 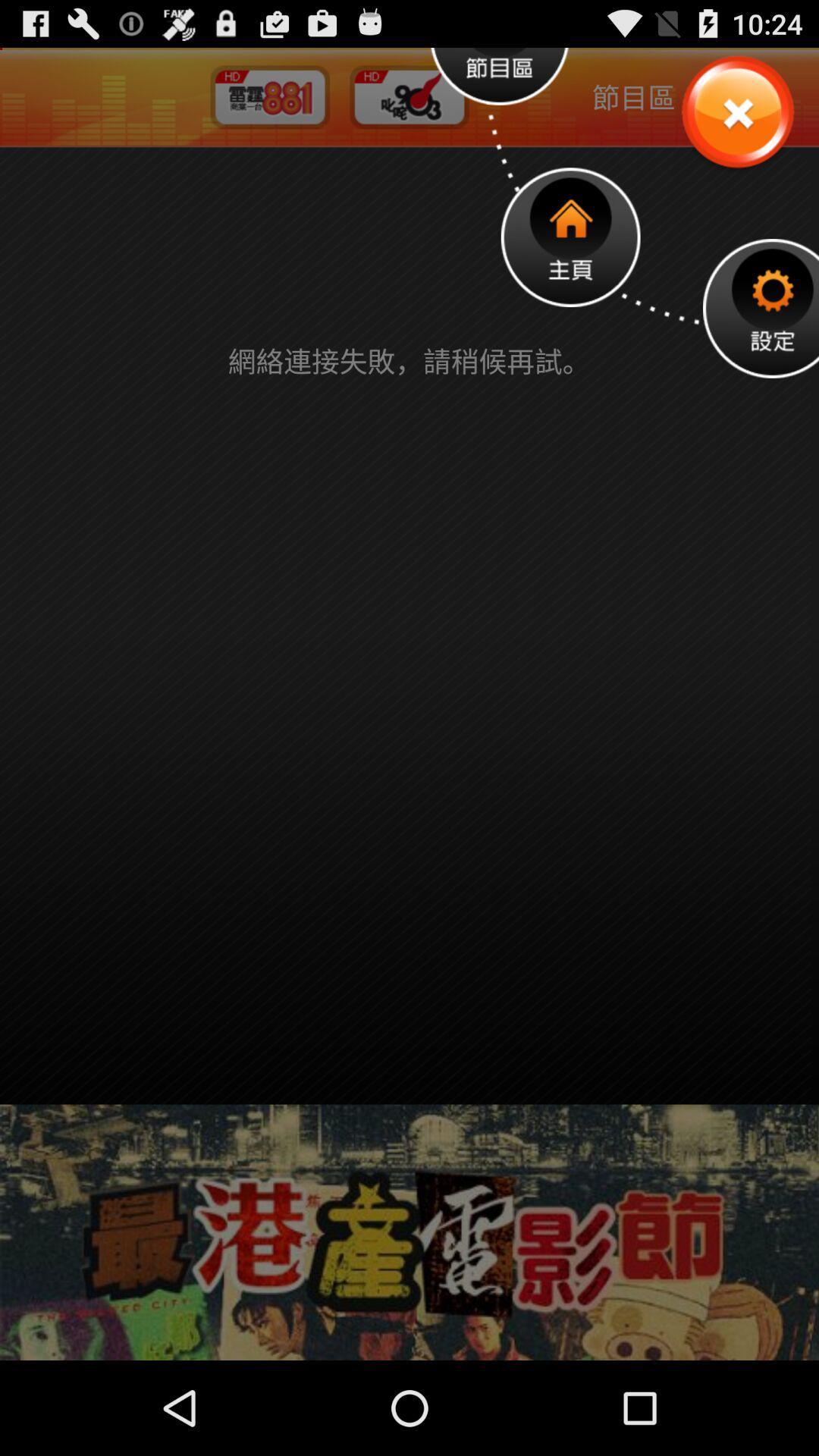 What do you see at coordinates (761, 307) in the screenshot?
I see `options menu` at bounding box center [761, 307].